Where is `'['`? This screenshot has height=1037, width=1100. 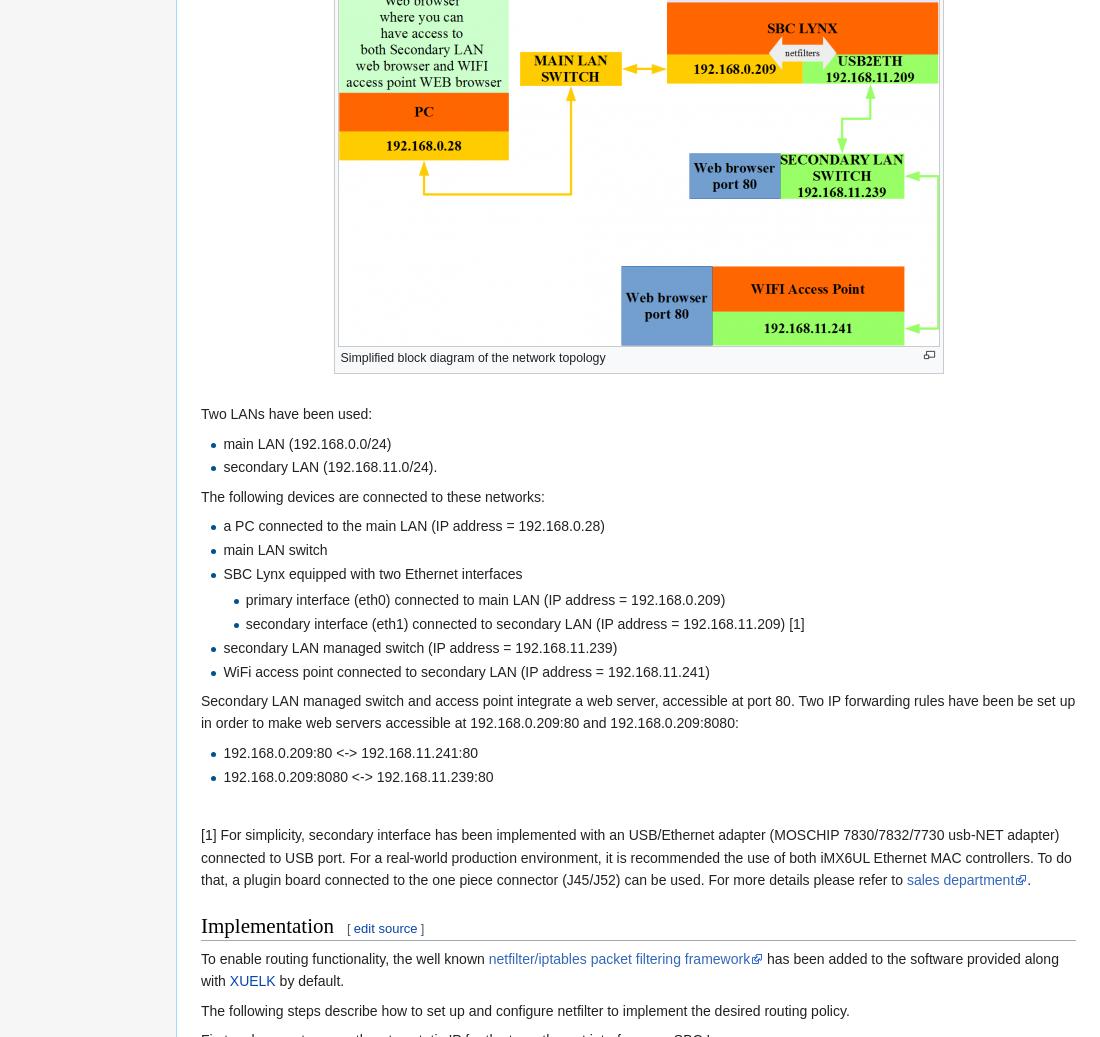 '[' is located at coordinates (345, 927).